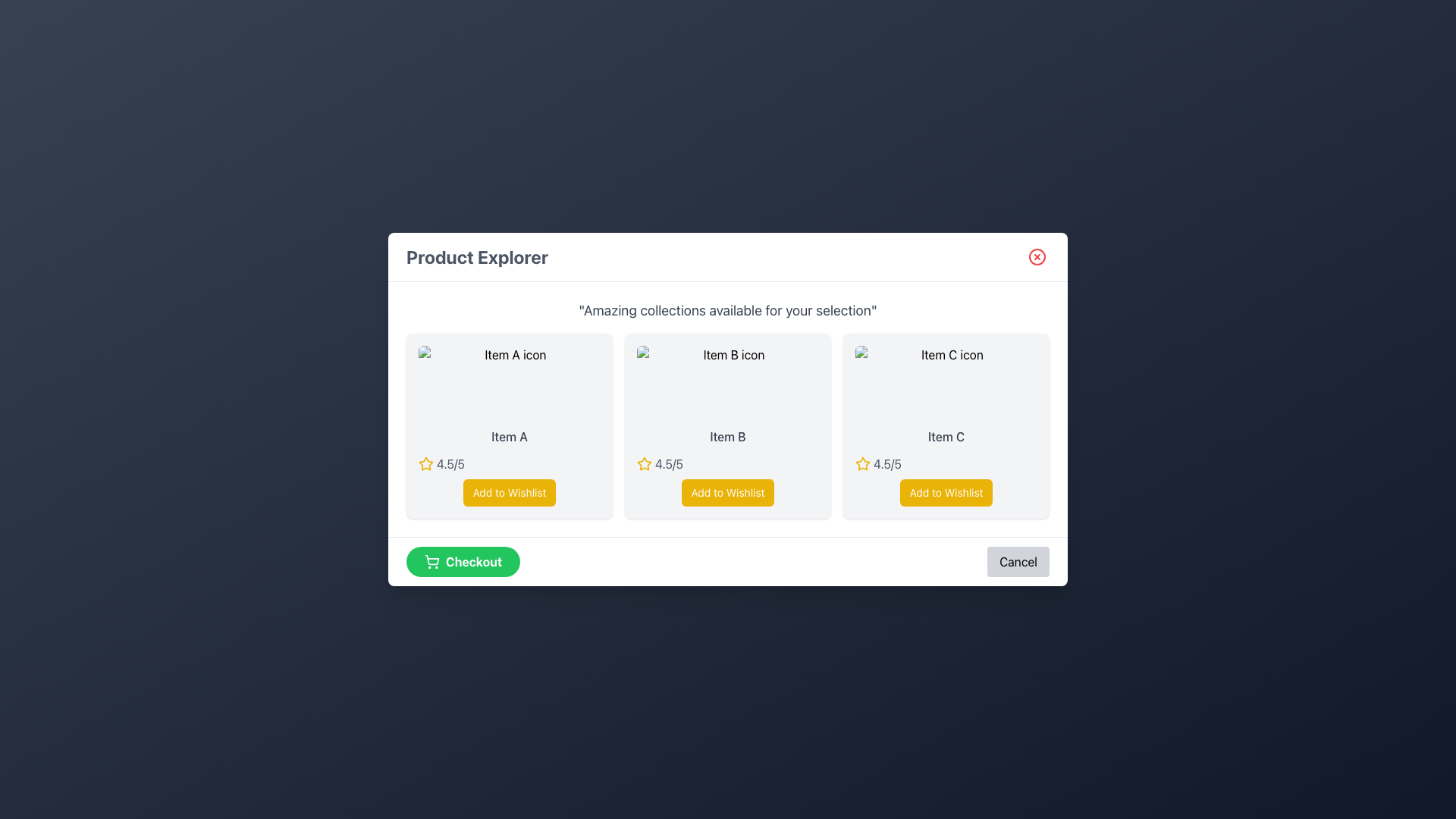 The image size is (1456, 819). What do you see at coordinates (946, 381) in the screenshot?
I see `the image thumbnail labeled 'Item C' located` at bounding box center [946, 381].